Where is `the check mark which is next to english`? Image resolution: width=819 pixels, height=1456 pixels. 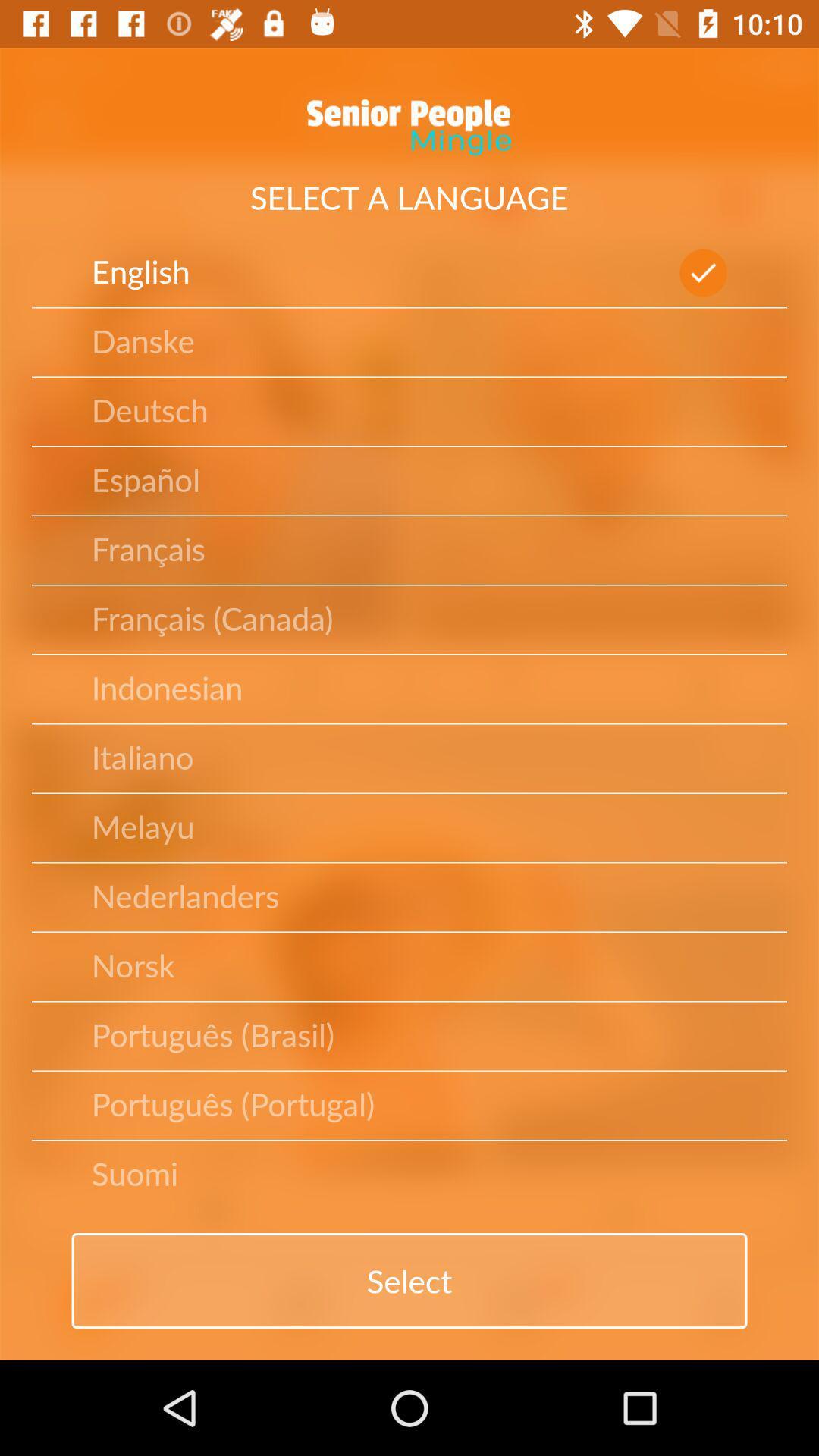
the check mark which is next to english is located at coordinates (703, 273).